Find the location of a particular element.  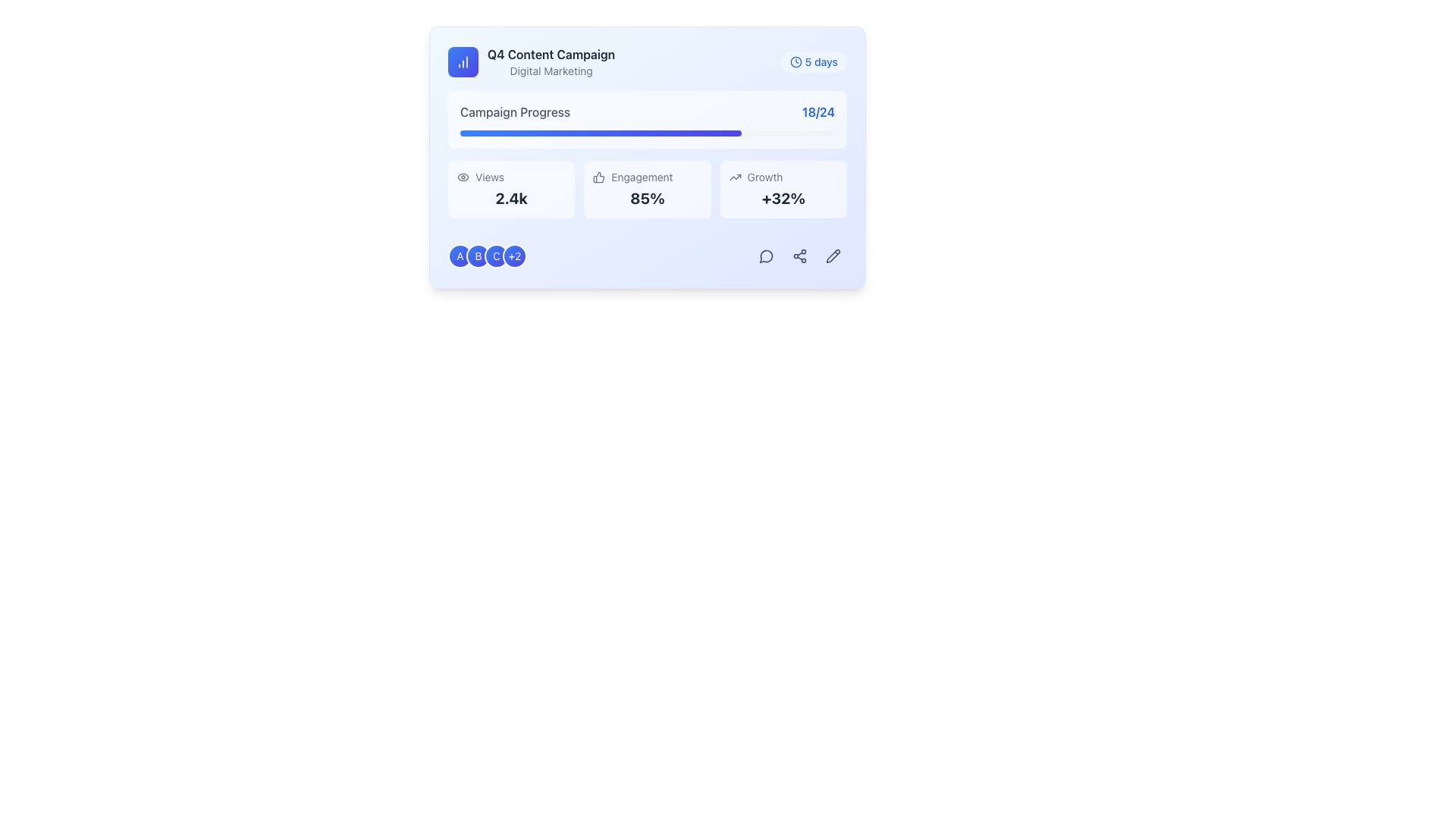

the static text label displaying 'Digital Marketing', which is located directly below the 'Q4 Content Campaign' label is located at coordinates (551, 71).